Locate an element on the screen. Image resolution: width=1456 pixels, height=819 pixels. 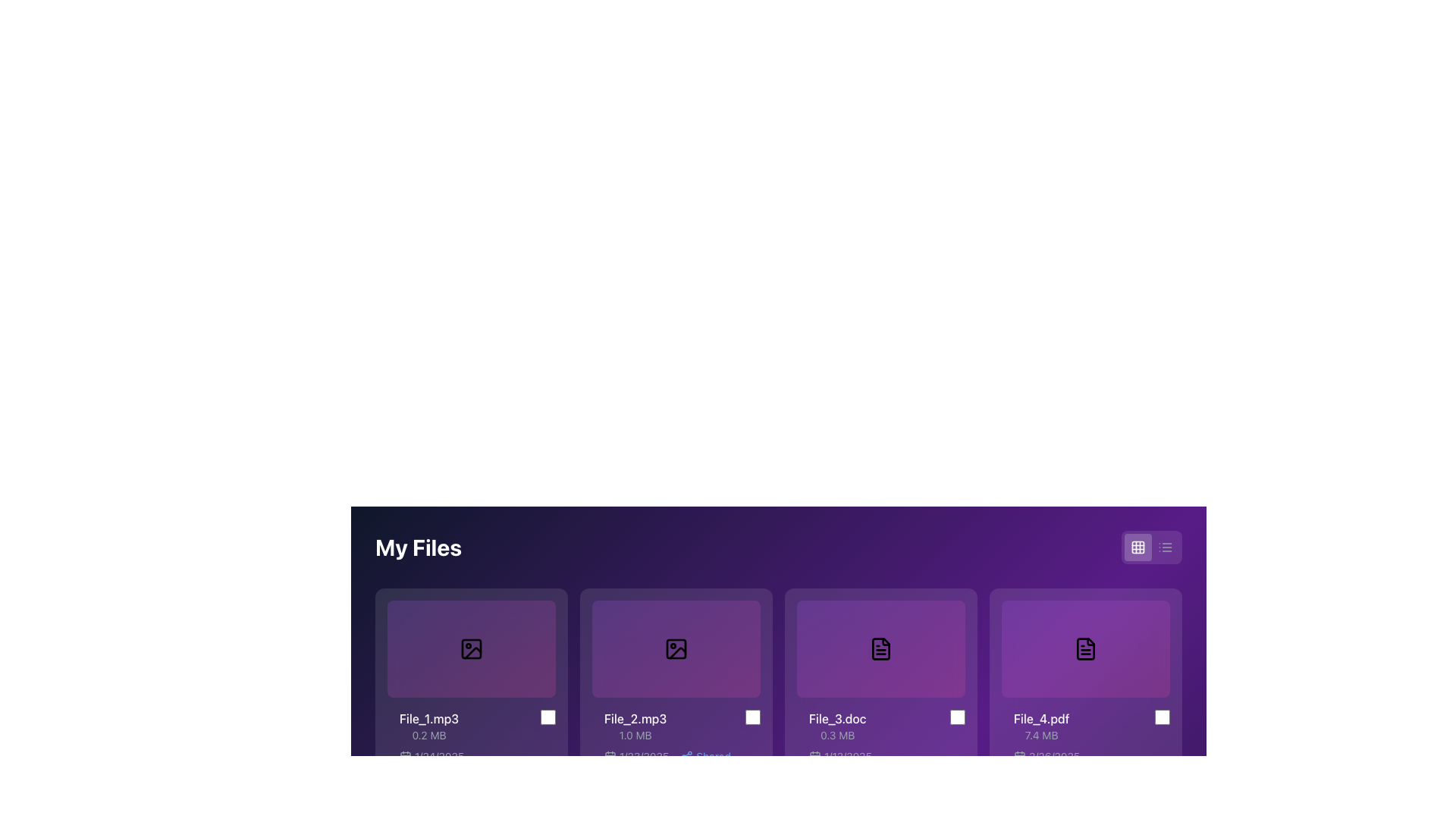
the Text Label displaying the date followed by the word 'Shared' below the file information for 'File_2.mp3' is located at coordinates (682, 757).